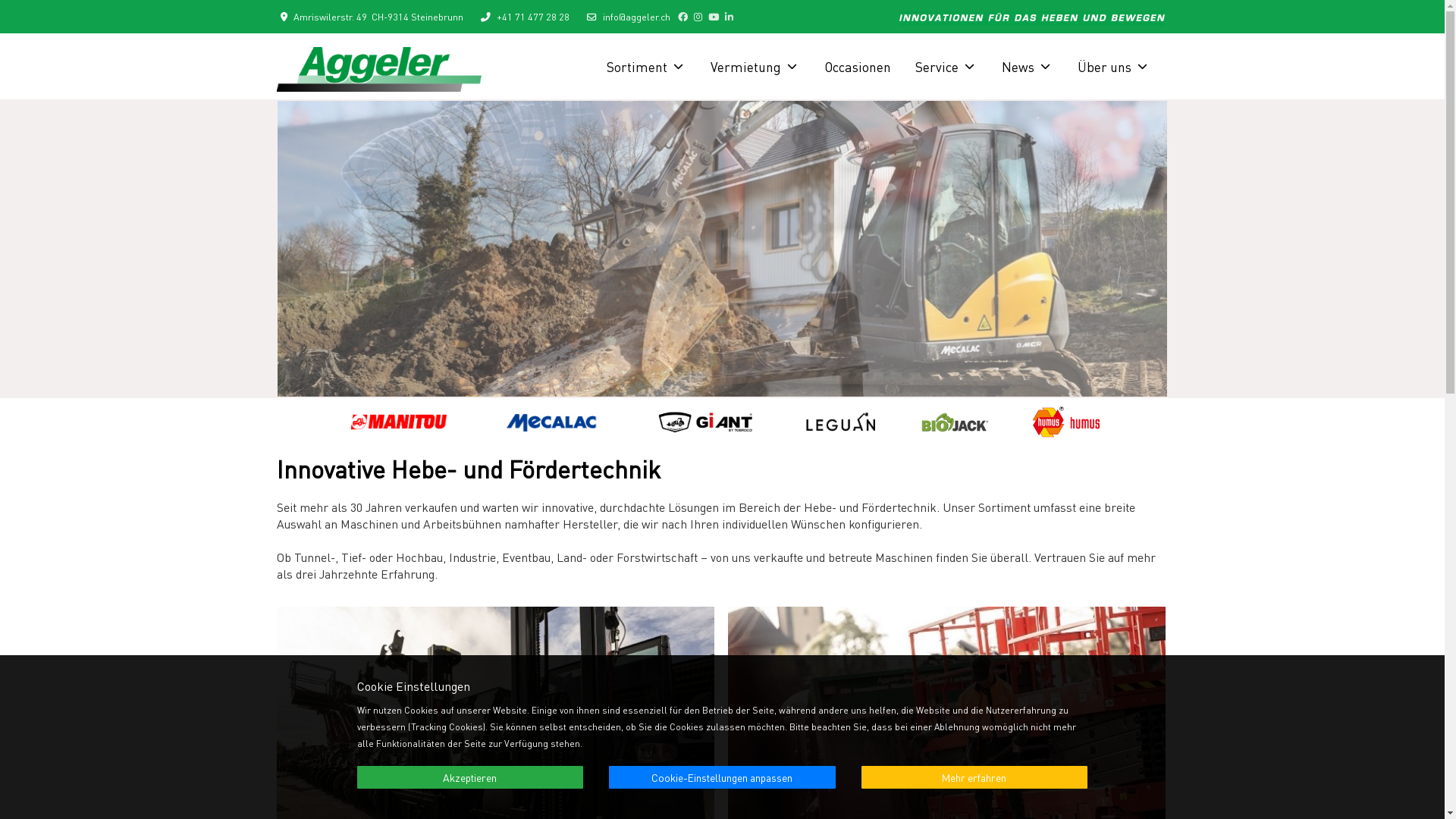 This screenshot has height=819, width=1456. I want to click on '+41 71 477 28 28', so click(532, 17).